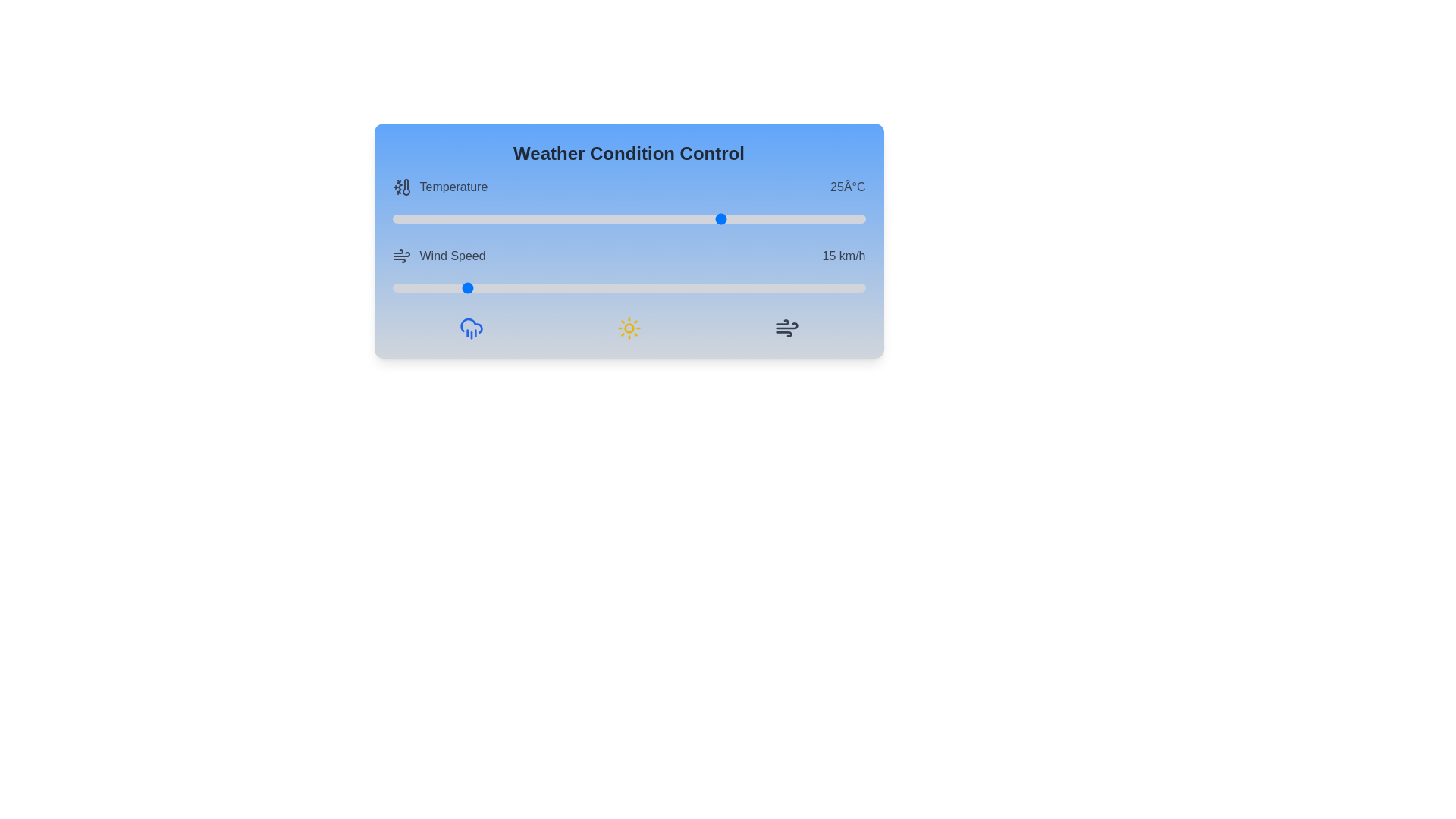 Image resolution: width=1456 pixels, height=819 pixels. Describe the element at coordinates (581, 219) in the screenshot. I see `the temperature slider to 10°C` at that location.